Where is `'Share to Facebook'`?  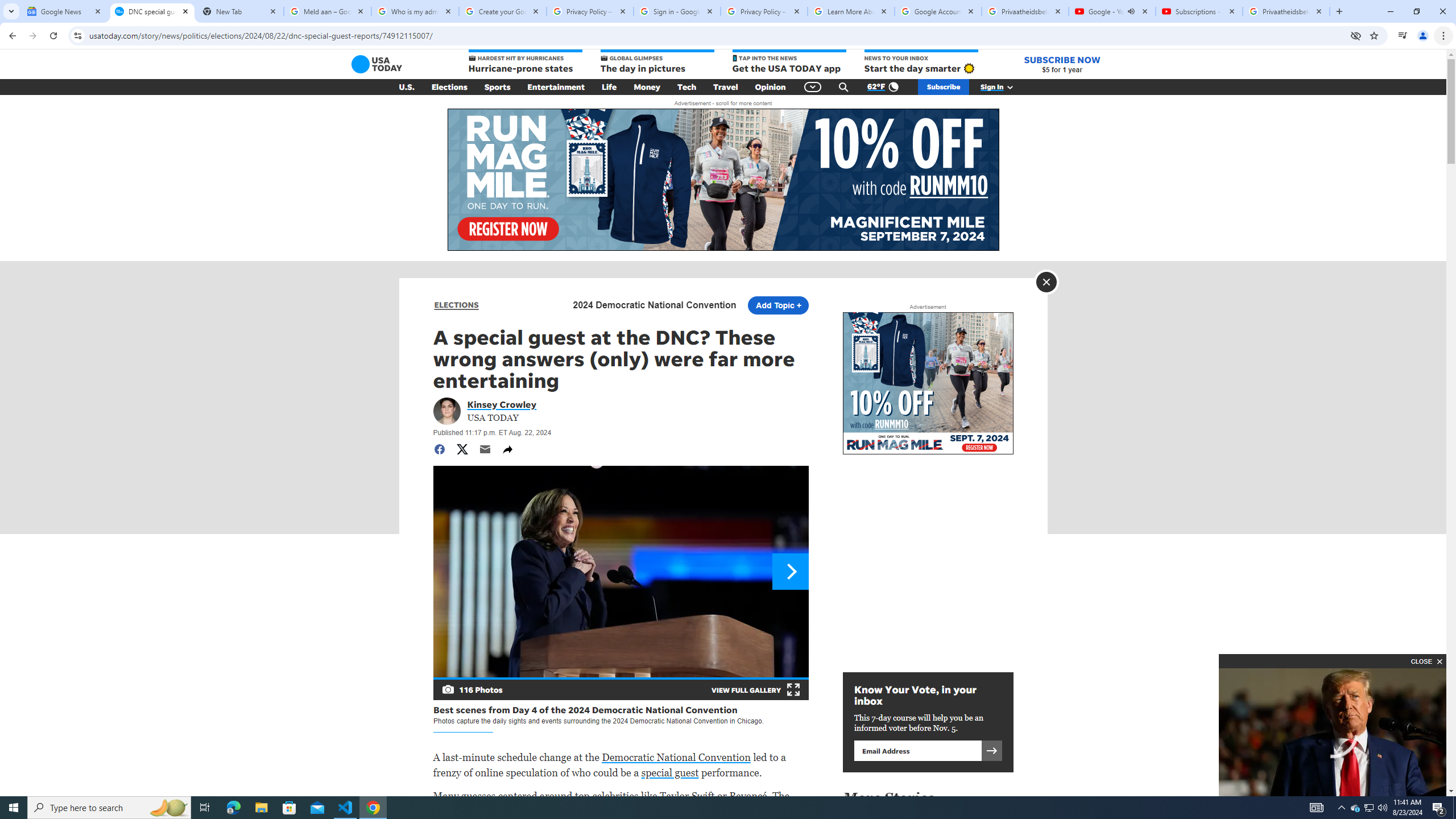
'Share to Facebook' is located at coordinates (438, 449).